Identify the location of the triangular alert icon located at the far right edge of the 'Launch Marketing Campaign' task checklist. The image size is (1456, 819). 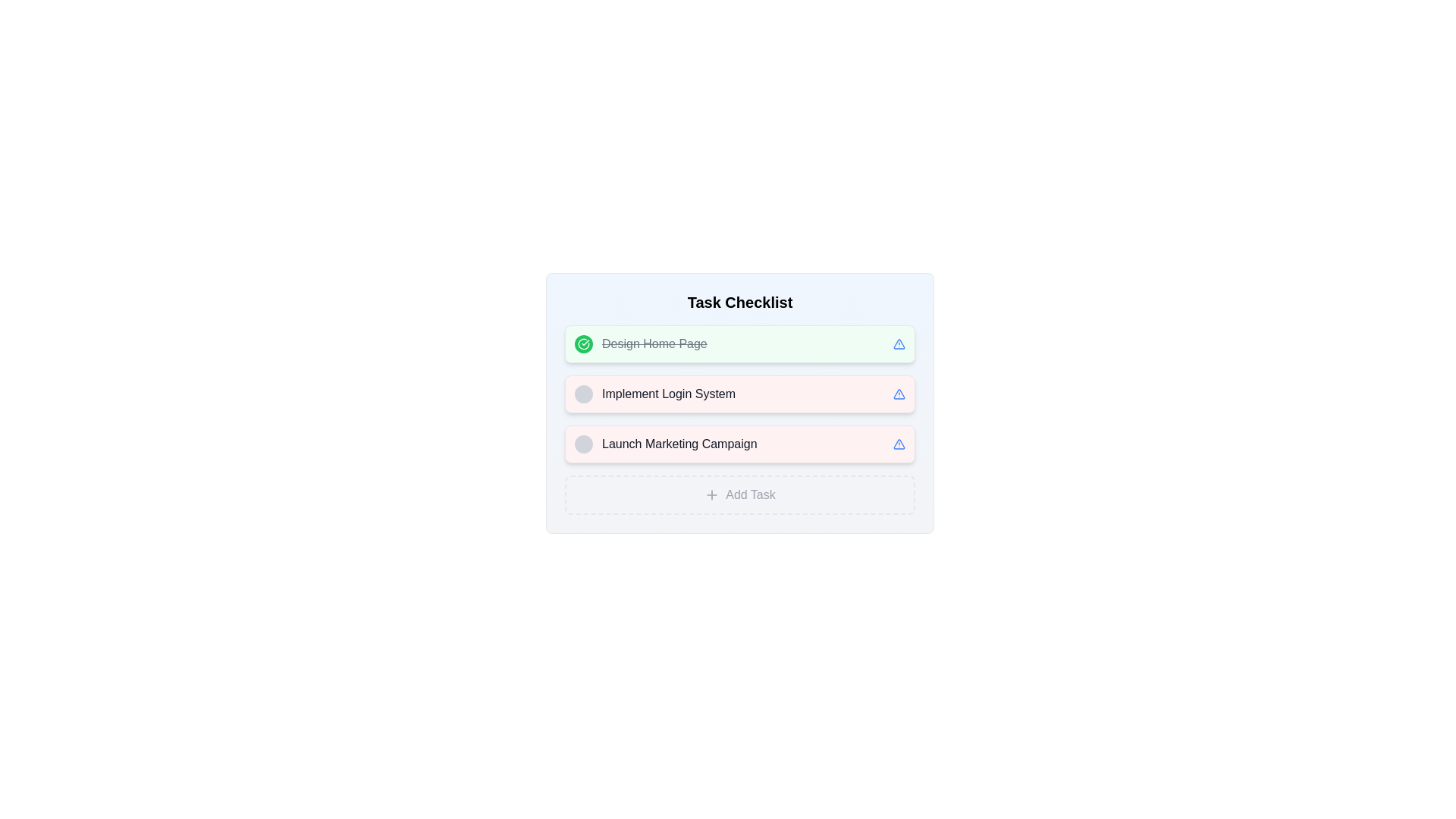
(899, 444).